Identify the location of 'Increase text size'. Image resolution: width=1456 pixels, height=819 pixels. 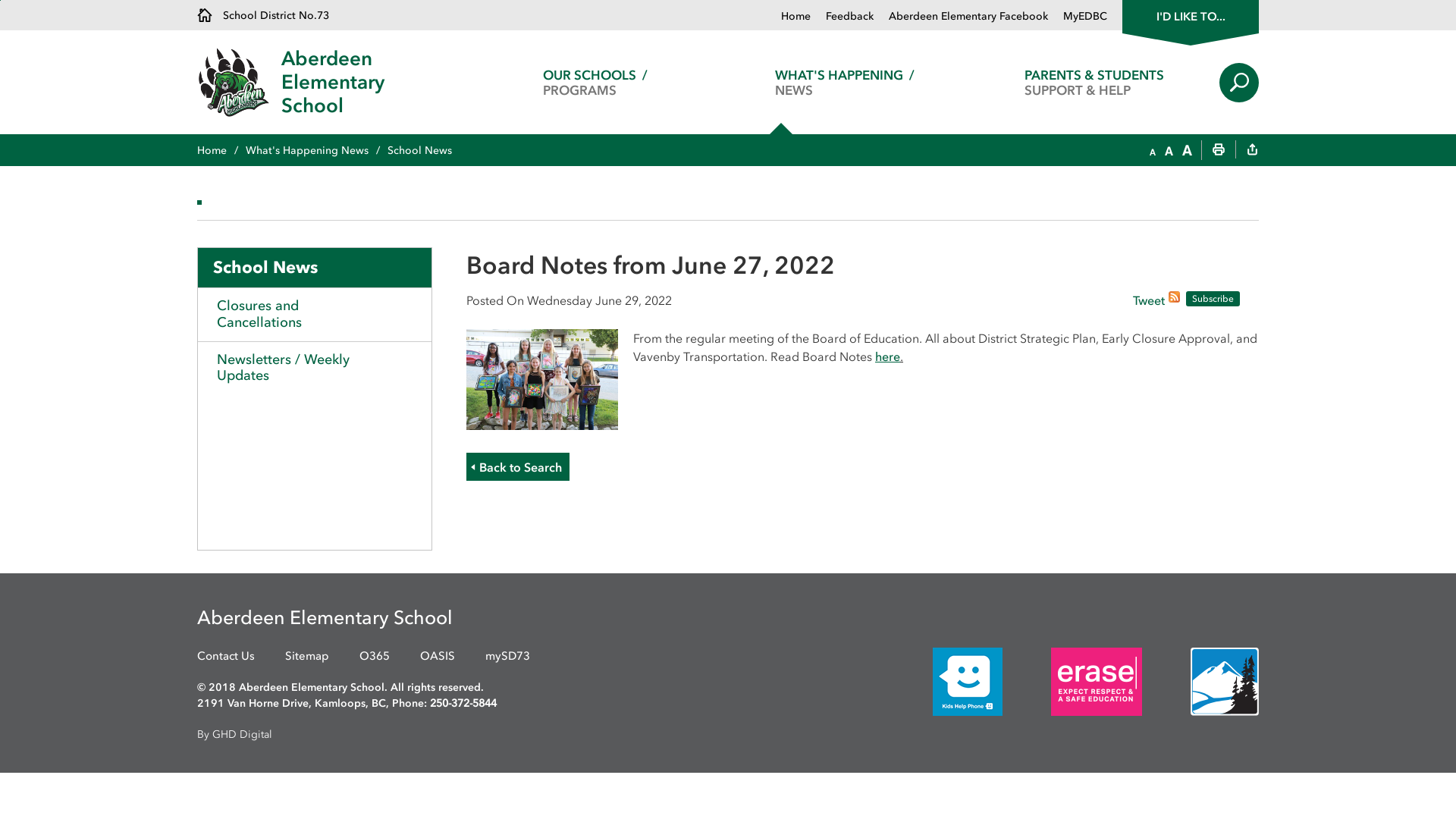
(1186, 151).